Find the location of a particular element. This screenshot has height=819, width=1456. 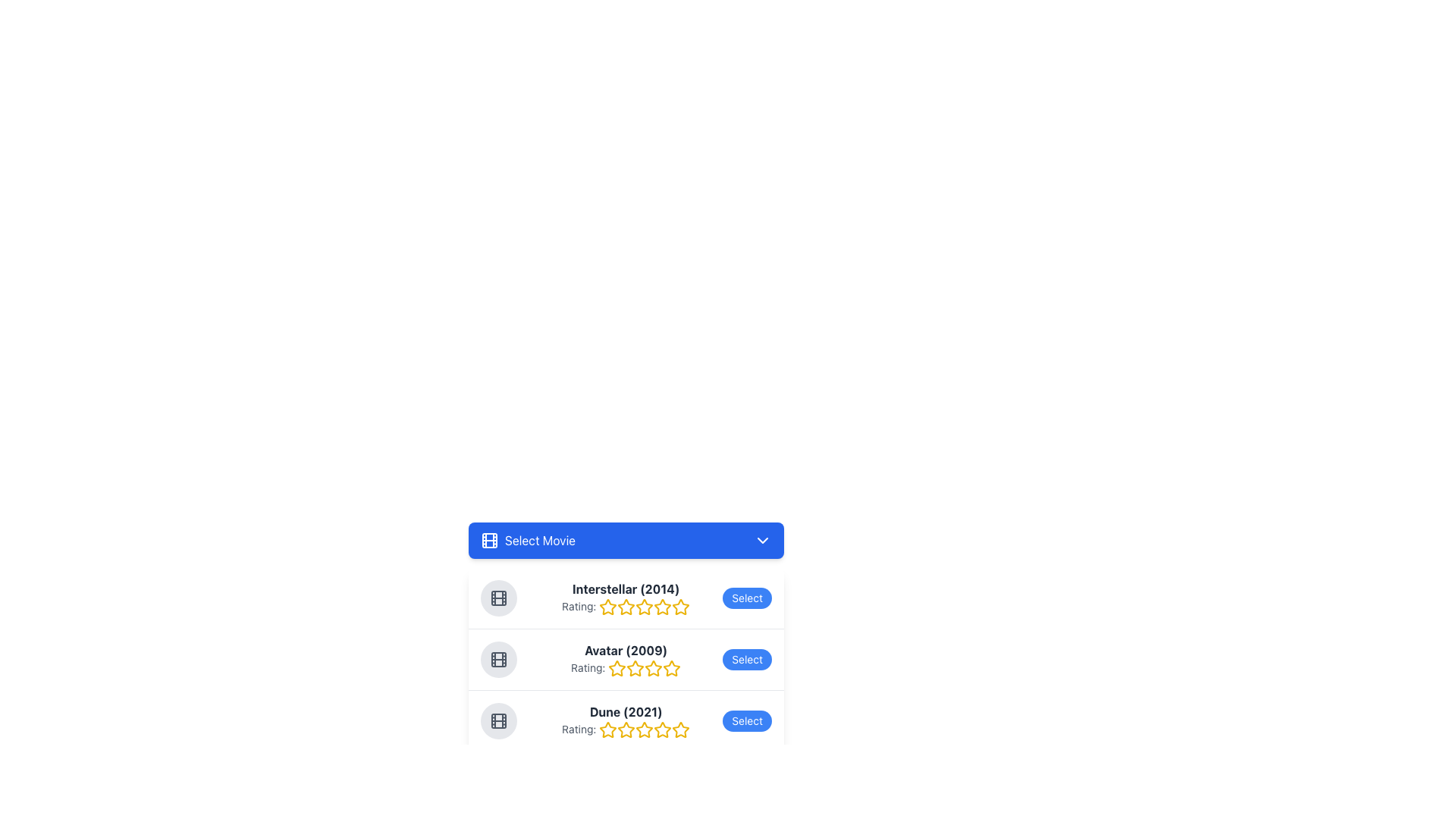

the film icon representing 'Interstellar (2014) Rating:' located at the leftmost section of the row is located at coordinates (498, 598).